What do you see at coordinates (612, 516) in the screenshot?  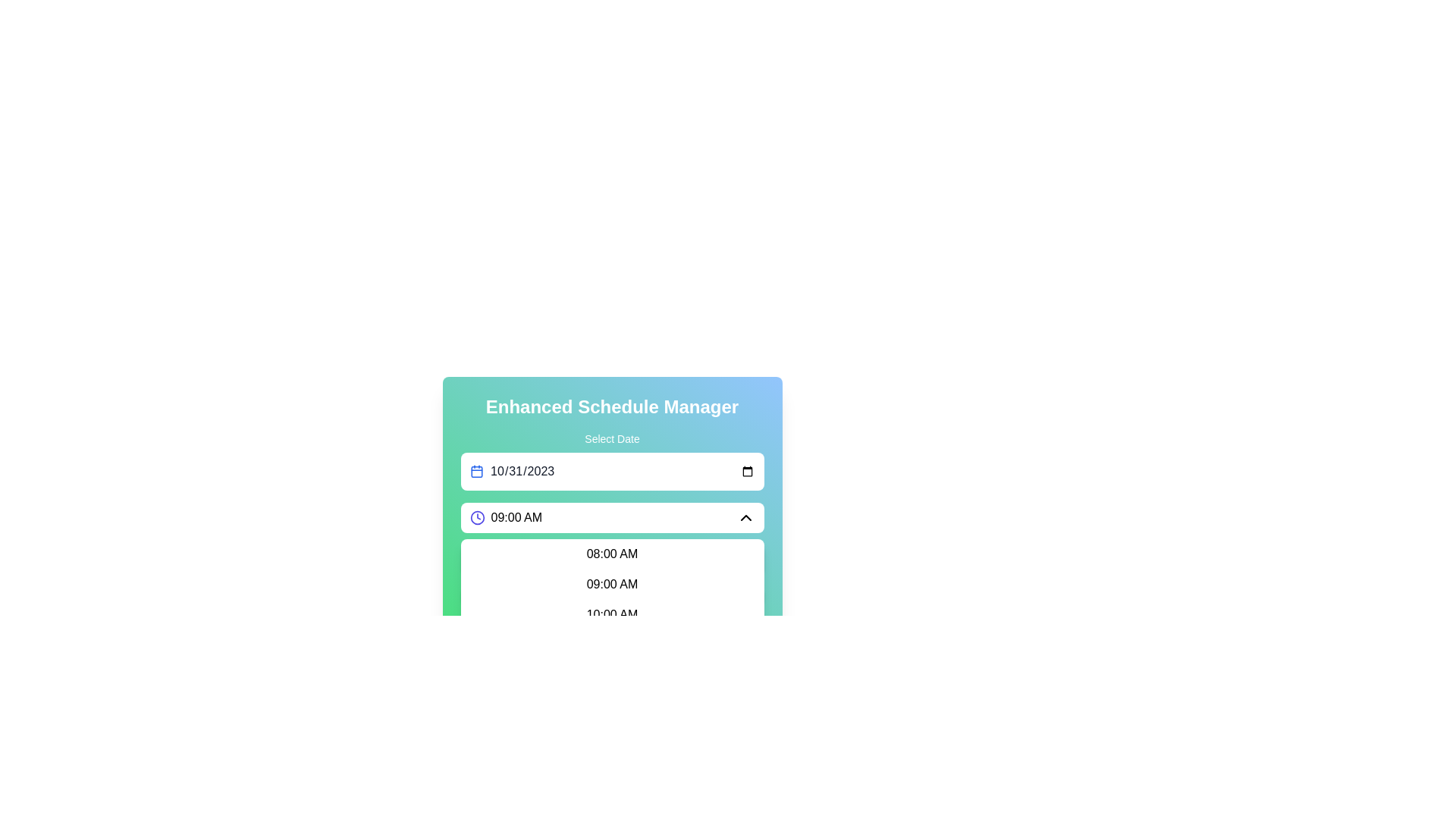 I see `the Dropdown selector button displaying '09:00 AM'` at bounding box center [612, 516].